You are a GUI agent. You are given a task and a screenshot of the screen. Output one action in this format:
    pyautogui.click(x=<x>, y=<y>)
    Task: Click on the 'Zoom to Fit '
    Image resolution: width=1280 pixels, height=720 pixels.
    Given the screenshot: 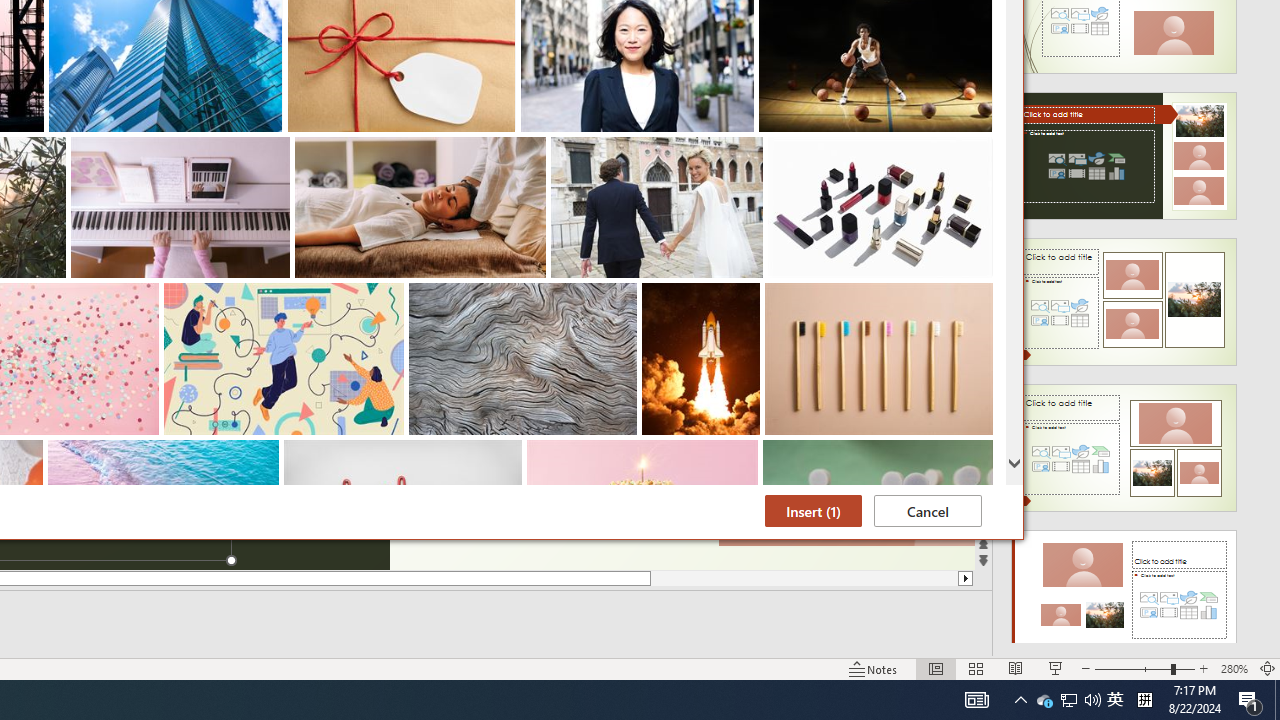 What is the action you would take?
    pyautogui.click(x=1276, y=698)
    